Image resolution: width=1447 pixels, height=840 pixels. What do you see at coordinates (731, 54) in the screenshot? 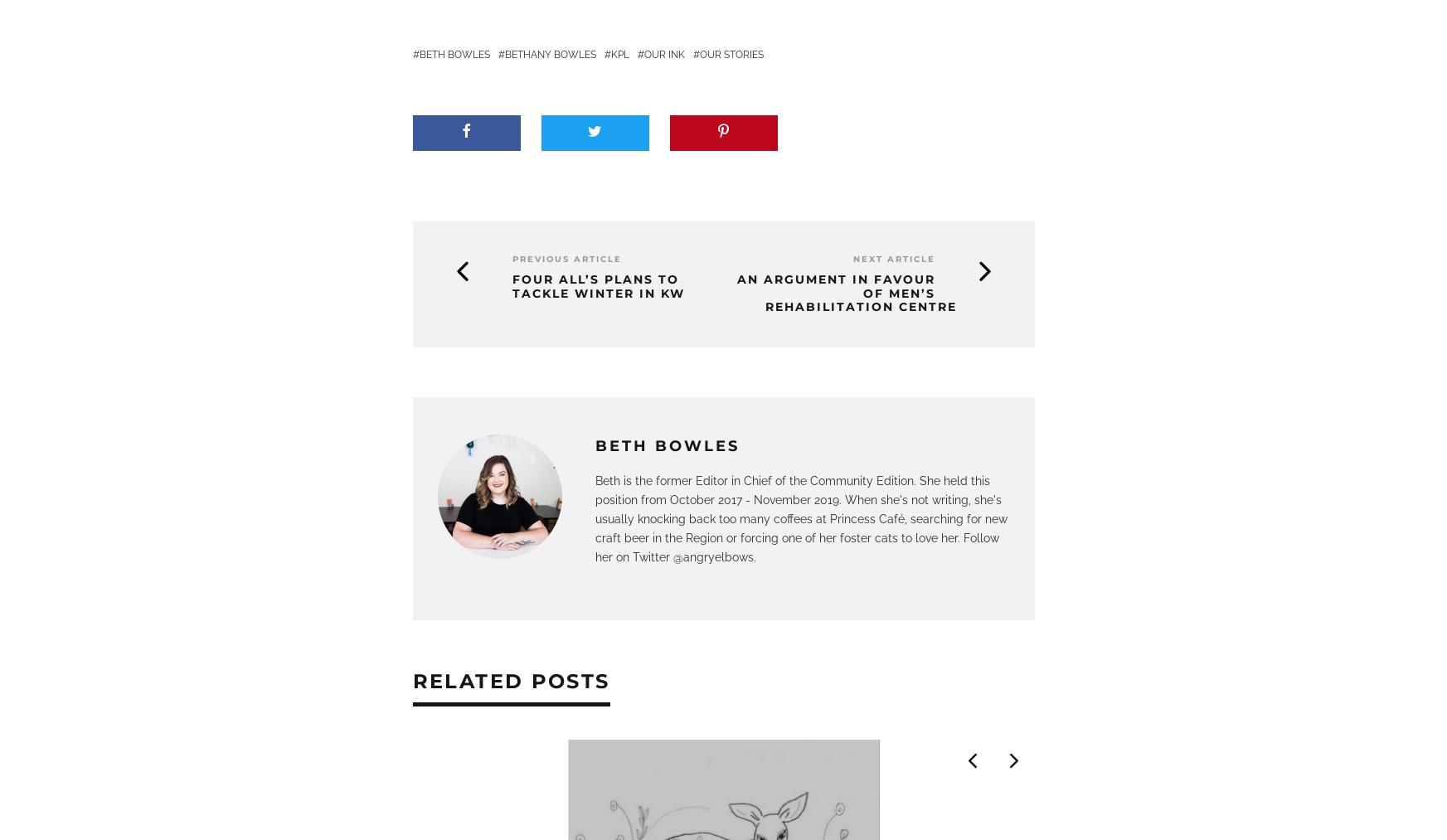
I see `'Our Stories'` at bounding box center [731, 54].